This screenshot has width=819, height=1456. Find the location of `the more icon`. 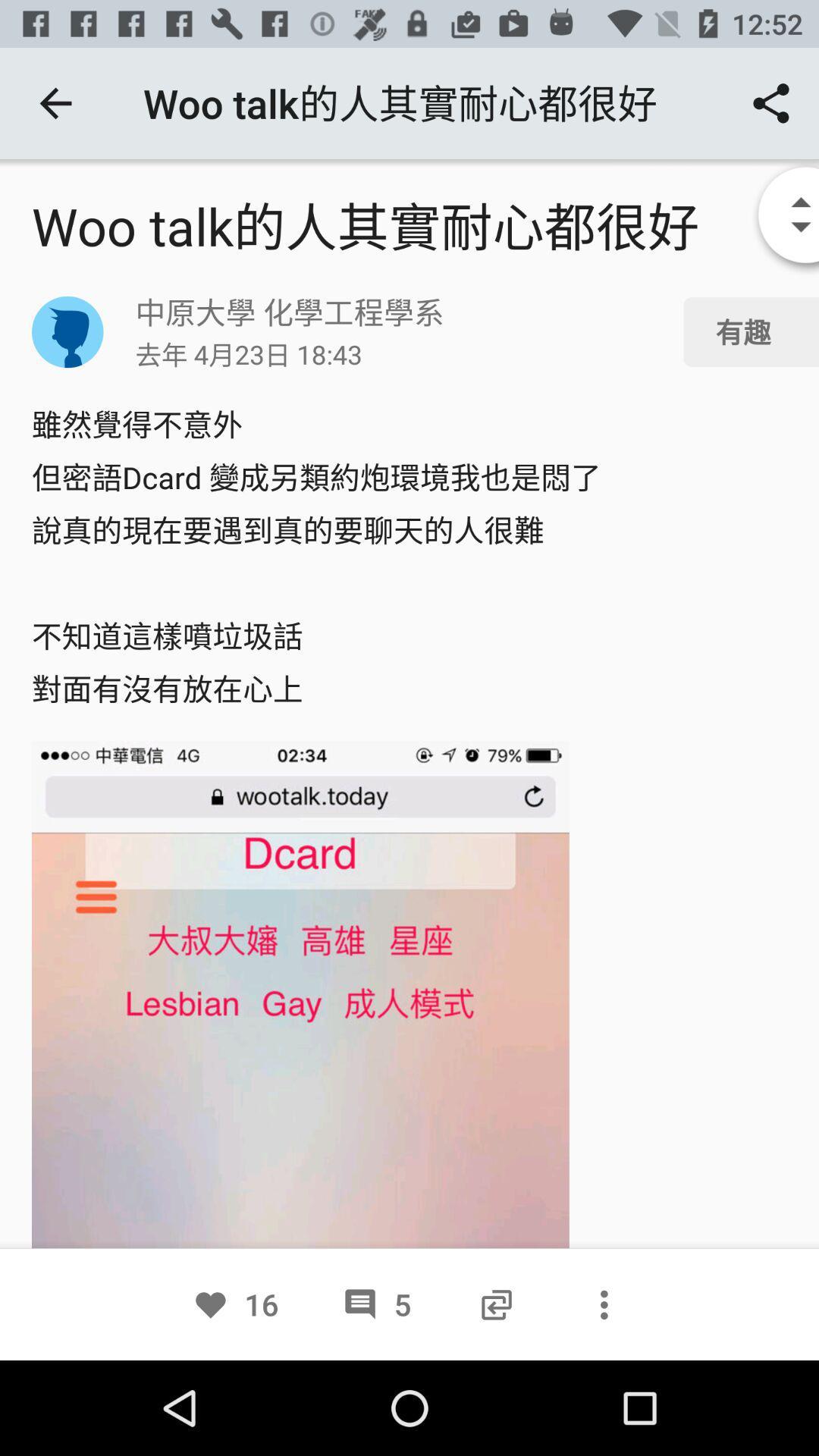

the more icon is located at coordinates (603, 1304).